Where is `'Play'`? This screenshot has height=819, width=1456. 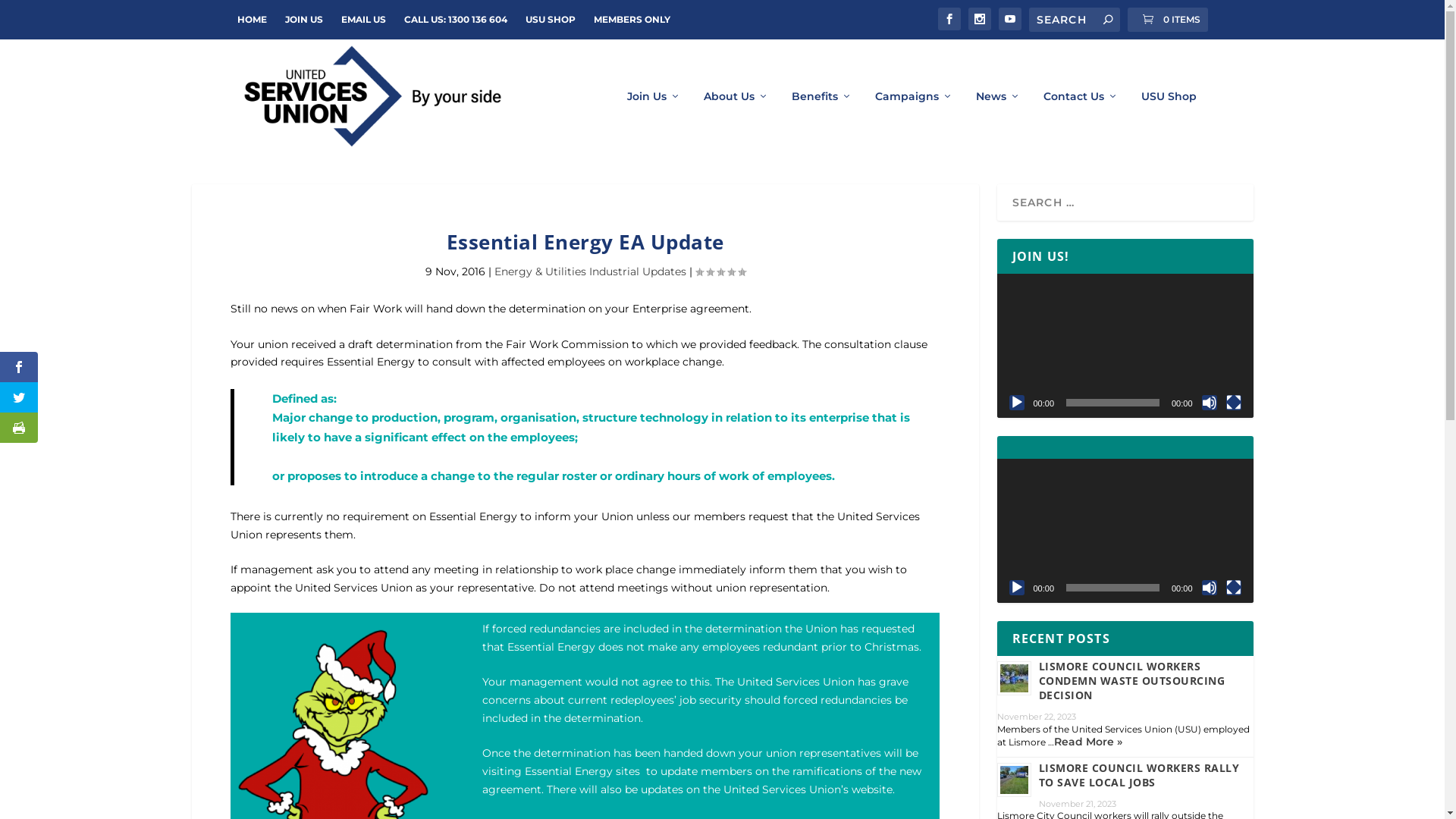
'Play' is located at coordinates (1015, 402).